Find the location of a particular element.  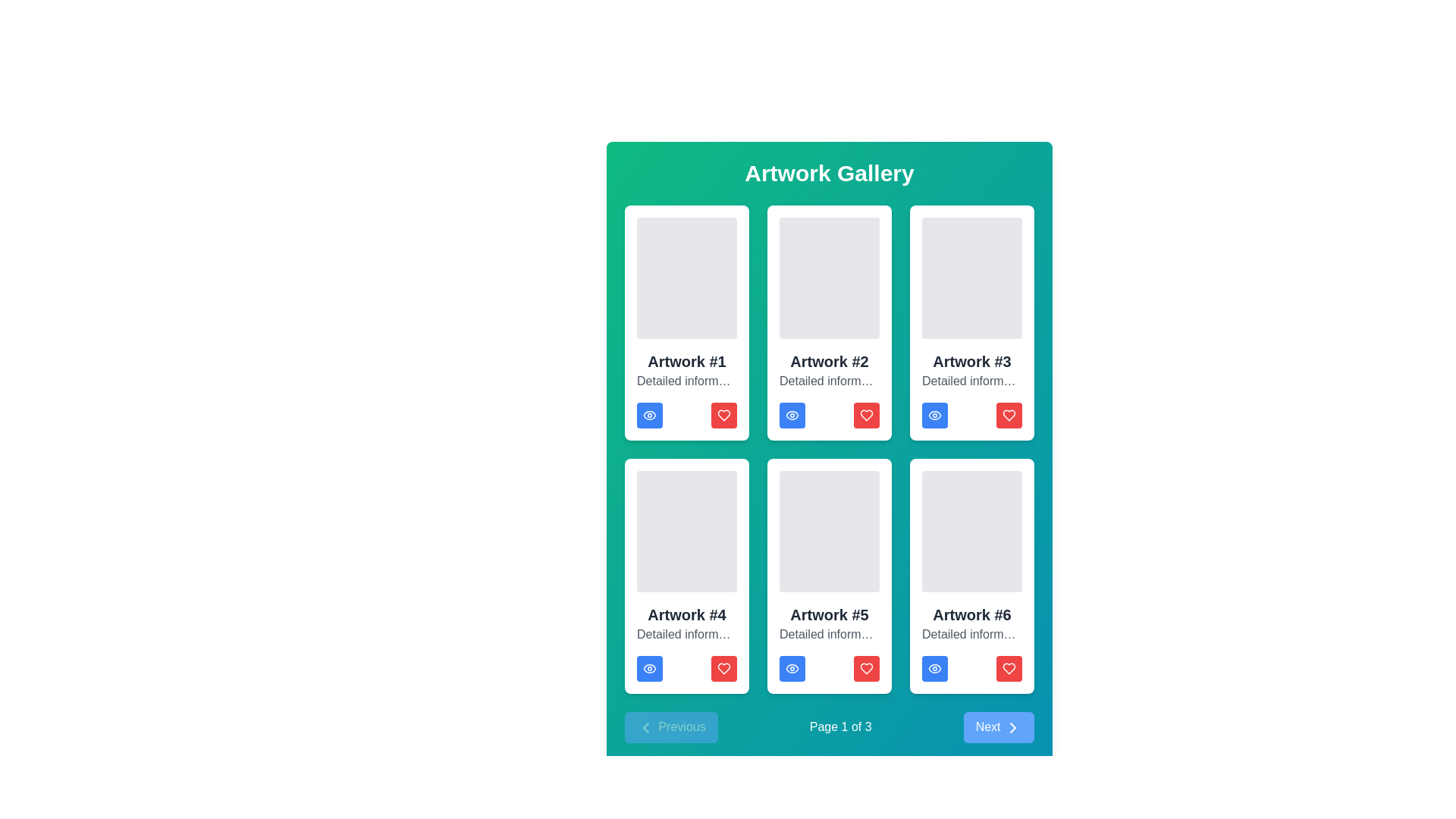

the blue button with a white eye icon located in the third card of the first row is located at coordinates (934, 415).